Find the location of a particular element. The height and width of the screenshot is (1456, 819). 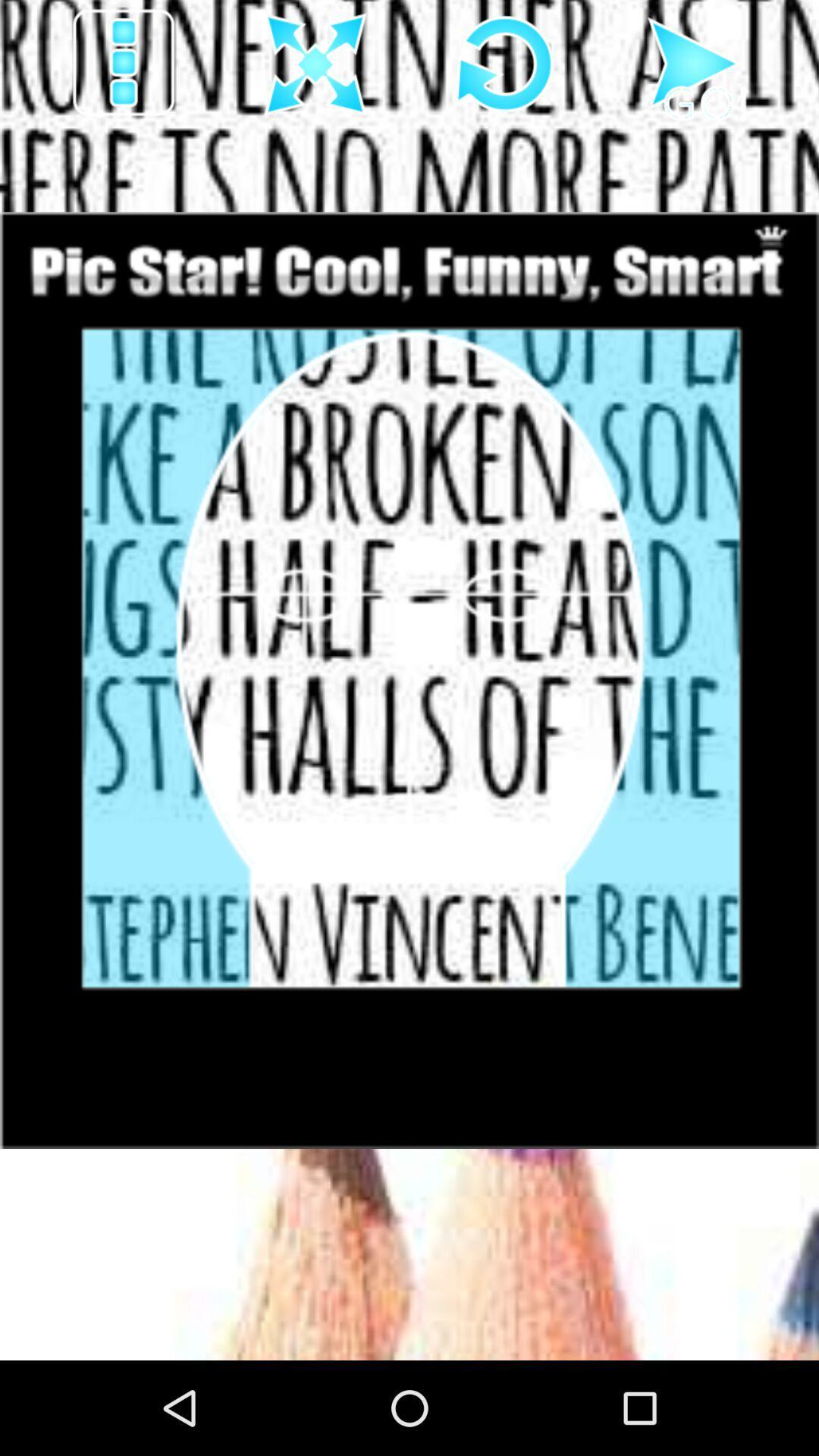

full screen is located at coordinates (315, 64).